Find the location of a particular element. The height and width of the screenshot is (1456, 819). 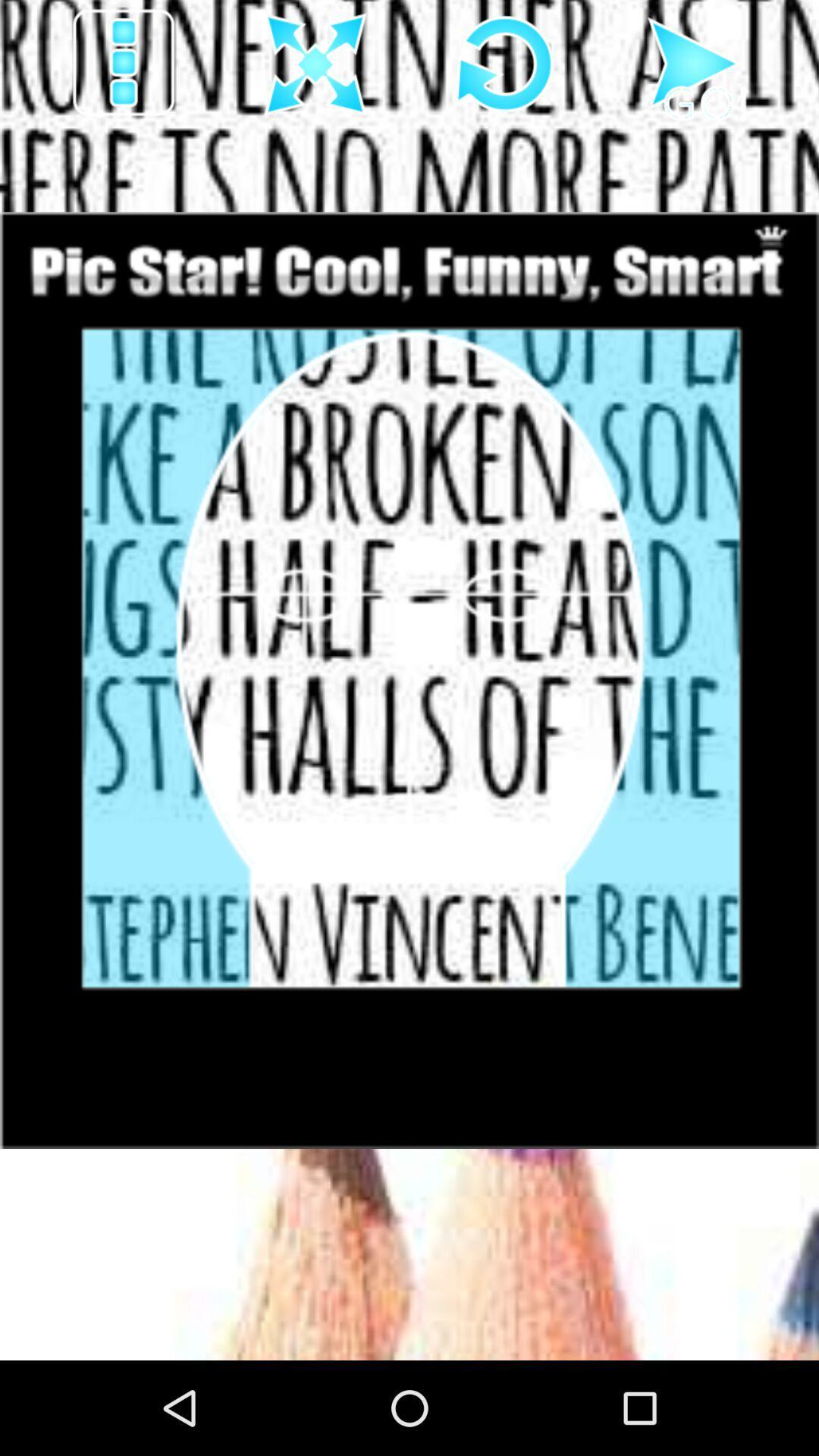

full screen is located at coordinates (315, 64).